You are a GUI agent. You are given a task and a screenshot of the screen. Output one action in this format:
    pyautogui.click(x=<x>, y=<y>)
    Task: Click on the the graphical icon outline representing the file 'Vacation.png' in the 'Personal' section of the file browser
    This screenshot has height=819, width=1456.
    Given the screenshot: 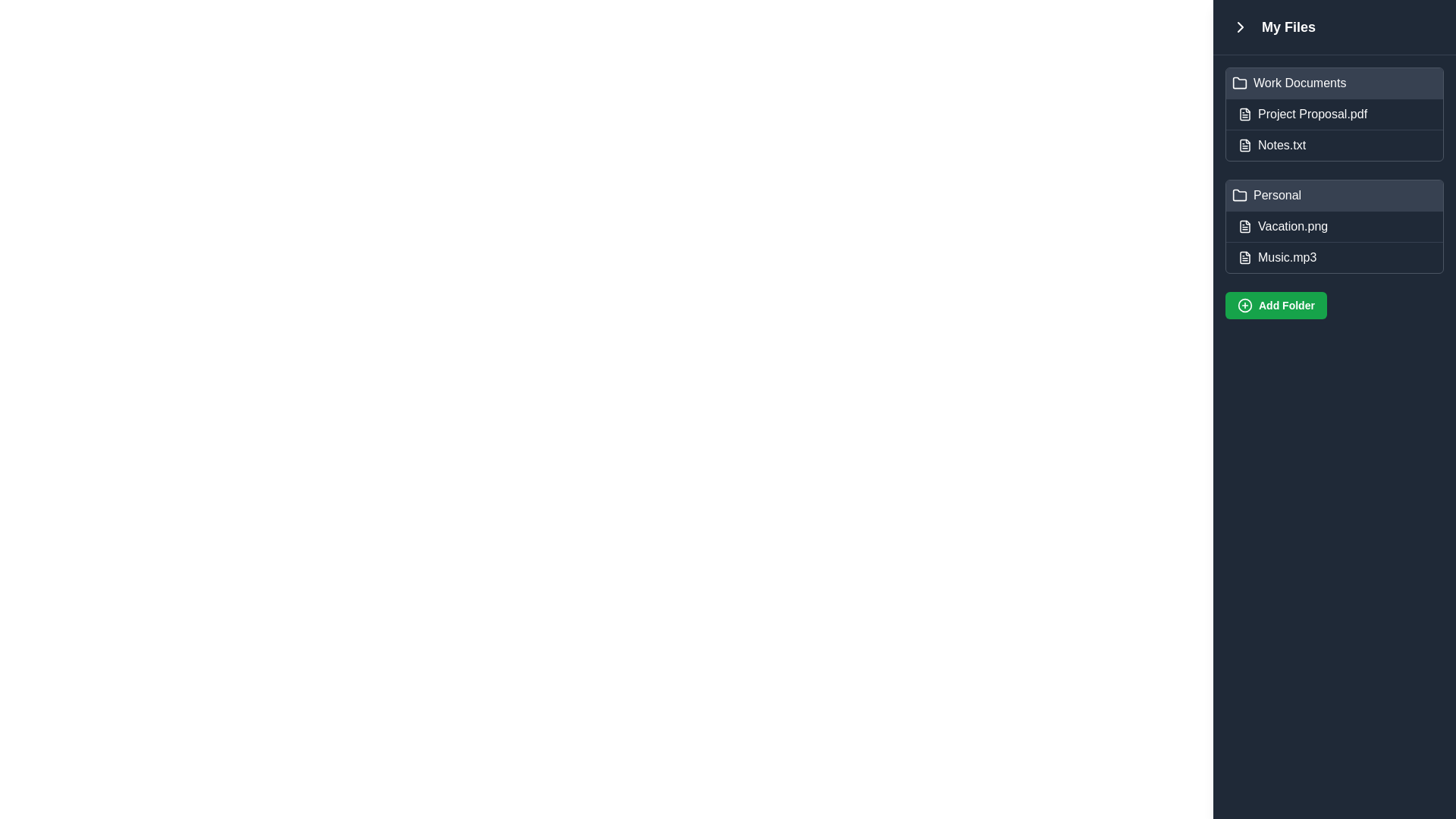 What is the action you would take?
    pyautogui.click(x=1244, y=227)
    